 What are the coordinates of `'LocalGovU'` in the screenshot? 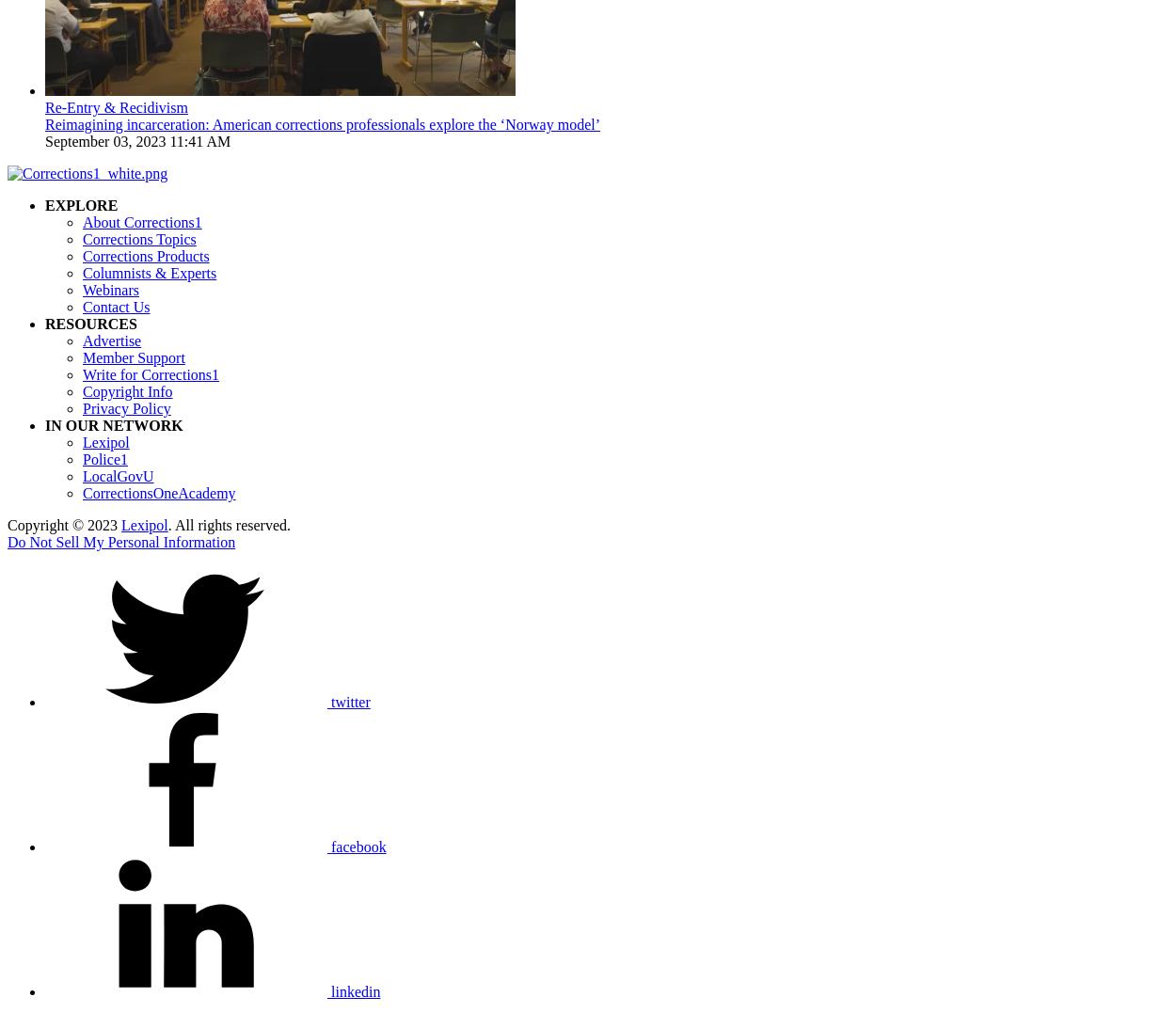 It's located at (82, 475).